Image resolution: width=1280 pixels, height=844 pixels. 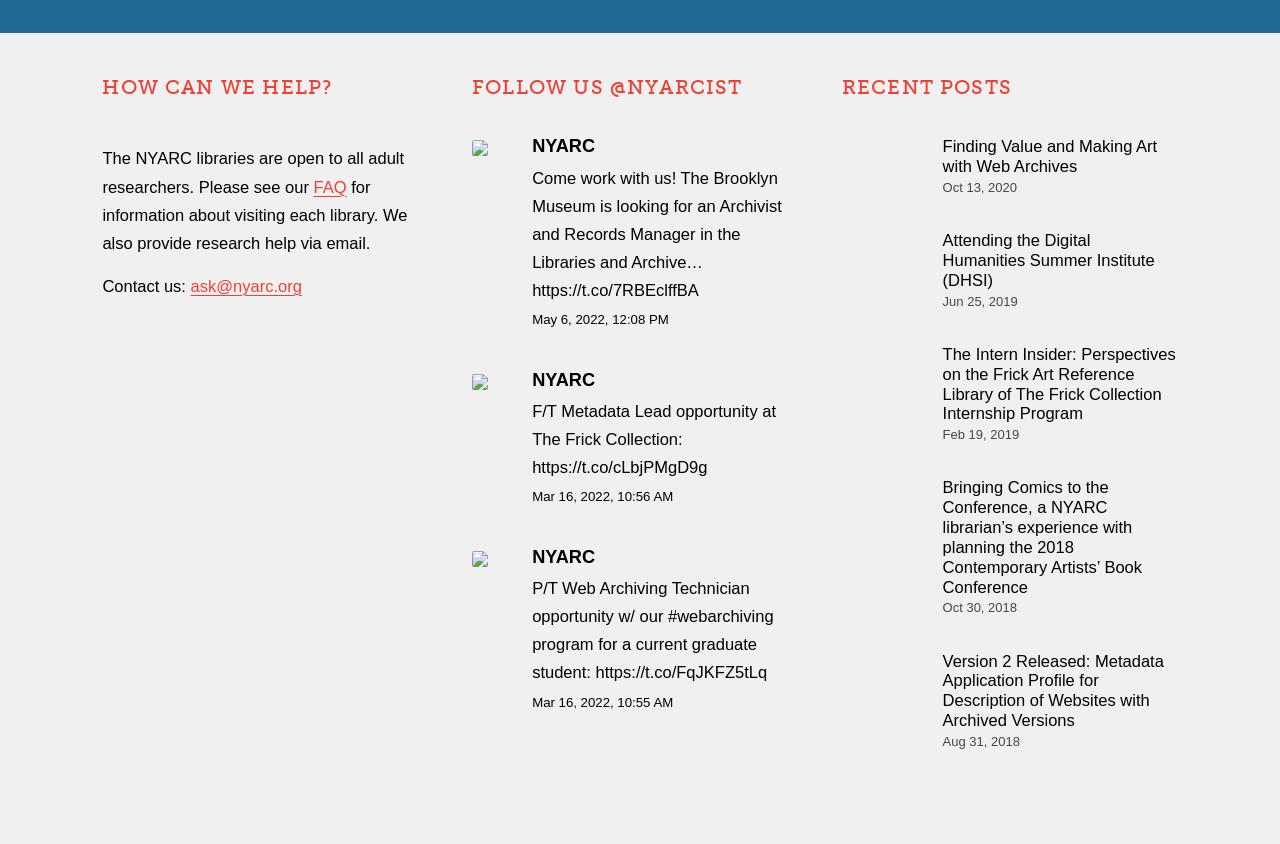 What do you see at coordinates (640, 602) in the screenshot?
I see `'P/T Web Archiving Technician opportunity w/ our'` at bounding box center [640, 602].